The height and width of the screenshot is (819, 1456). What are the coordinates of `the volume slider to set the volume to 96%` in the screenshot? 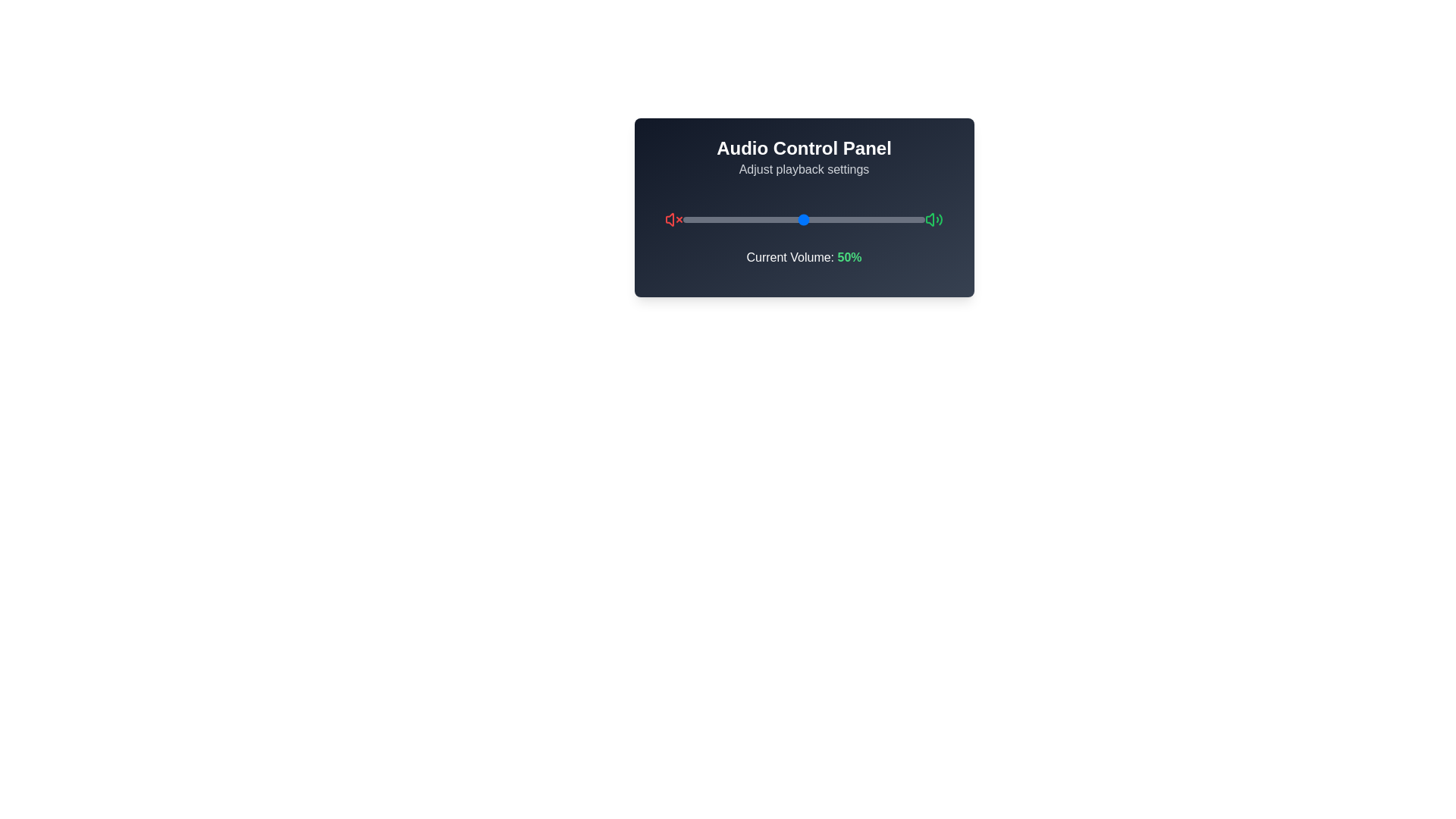 It's located at (915, 219).